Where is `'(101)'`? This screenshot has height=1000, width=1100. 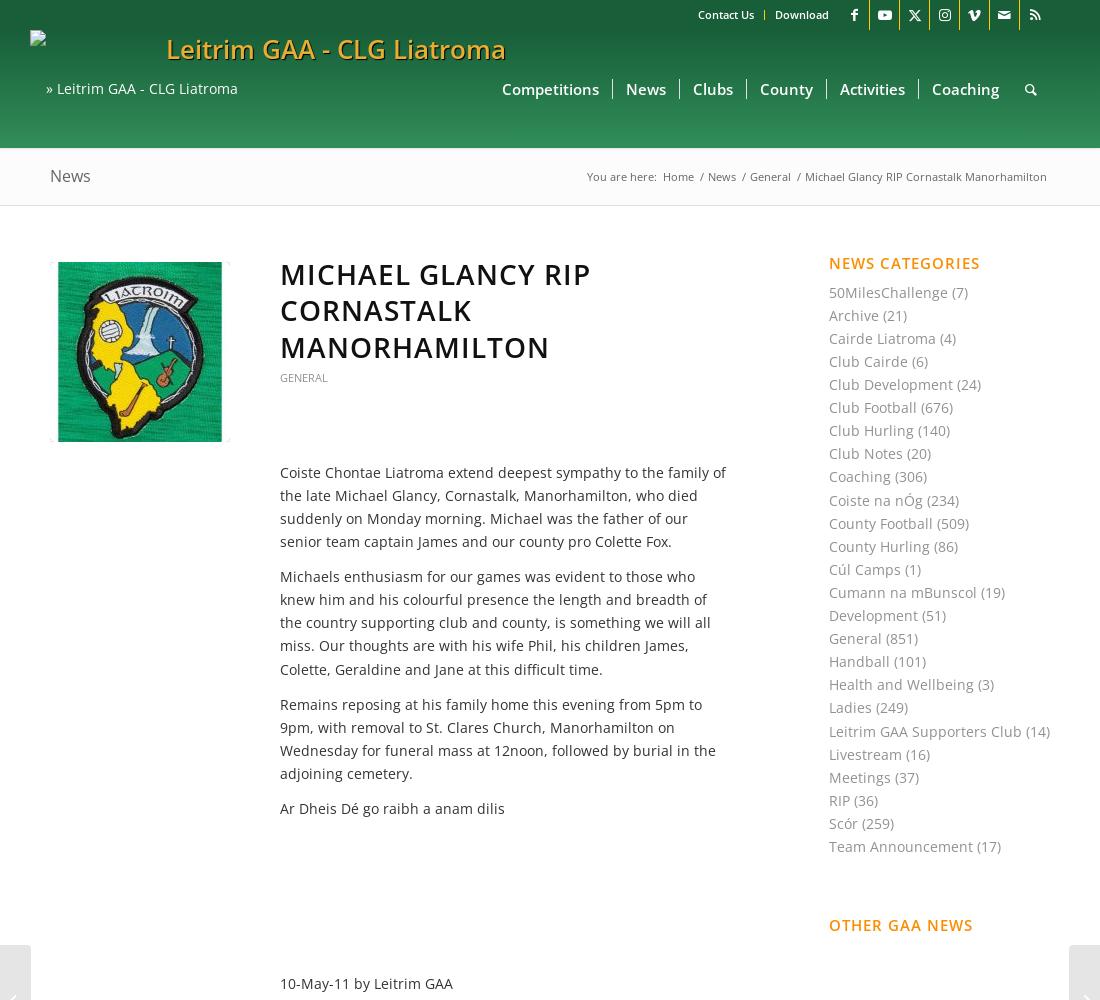 '(101)' is located at coordinates (908, 661).